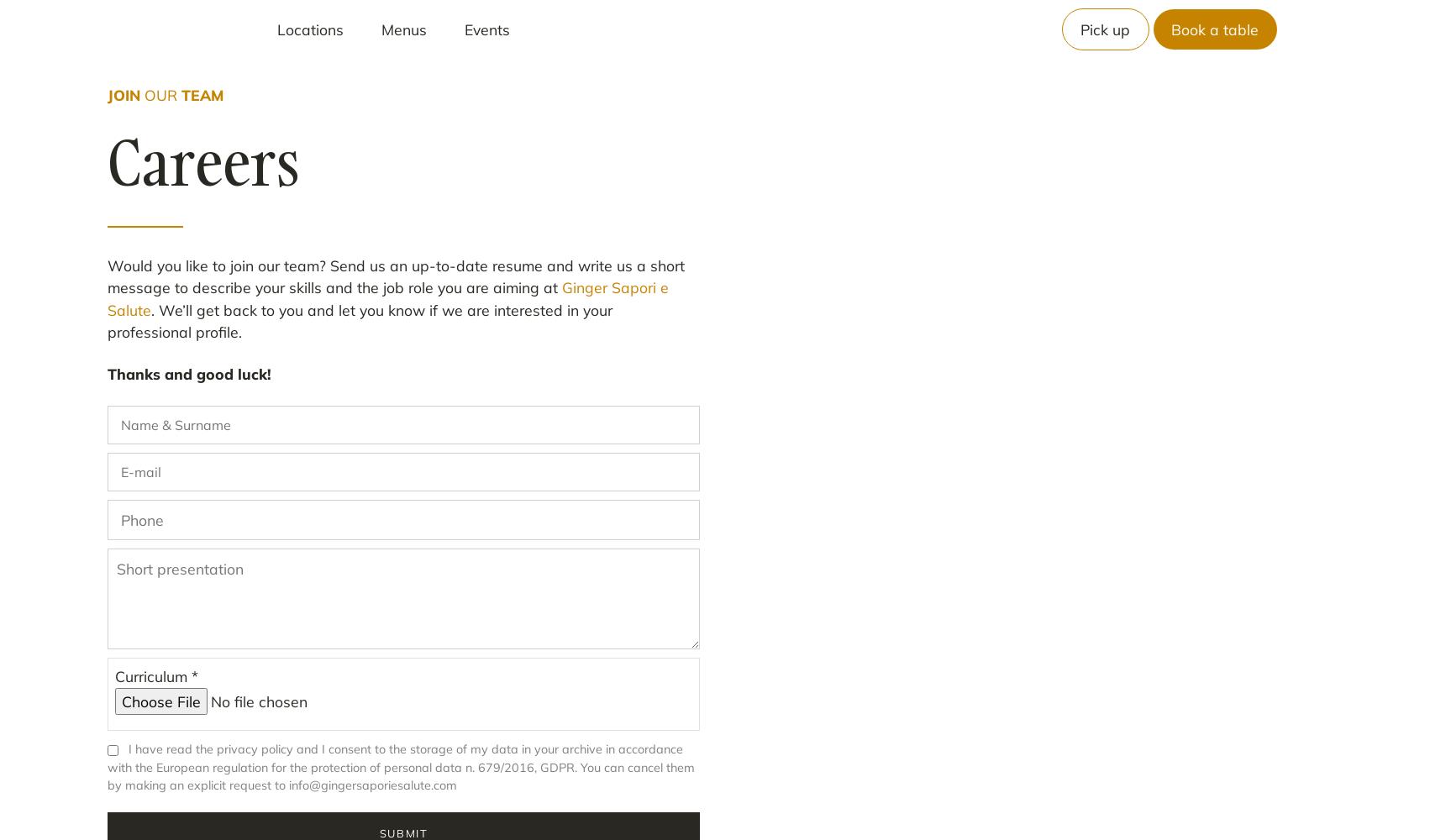 Image resolution: width=1430 pixels, height=840 pixels. I want to click on 'Pick up', so click(1104, 29).